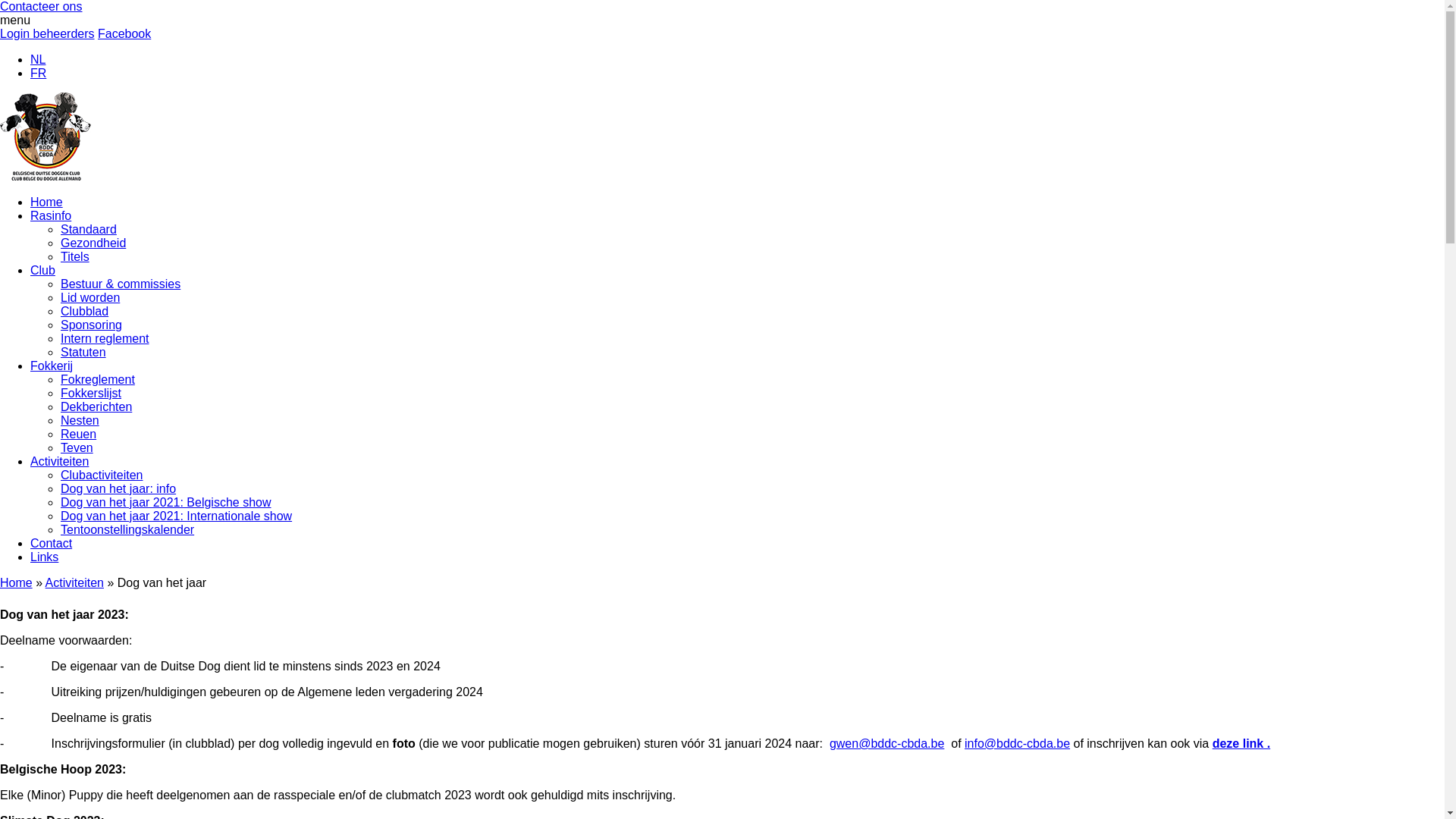  What do you see at coordinates (74, 582) in the screenshot?
I see `'Activiteiten'` at bounding box center [74, 582].